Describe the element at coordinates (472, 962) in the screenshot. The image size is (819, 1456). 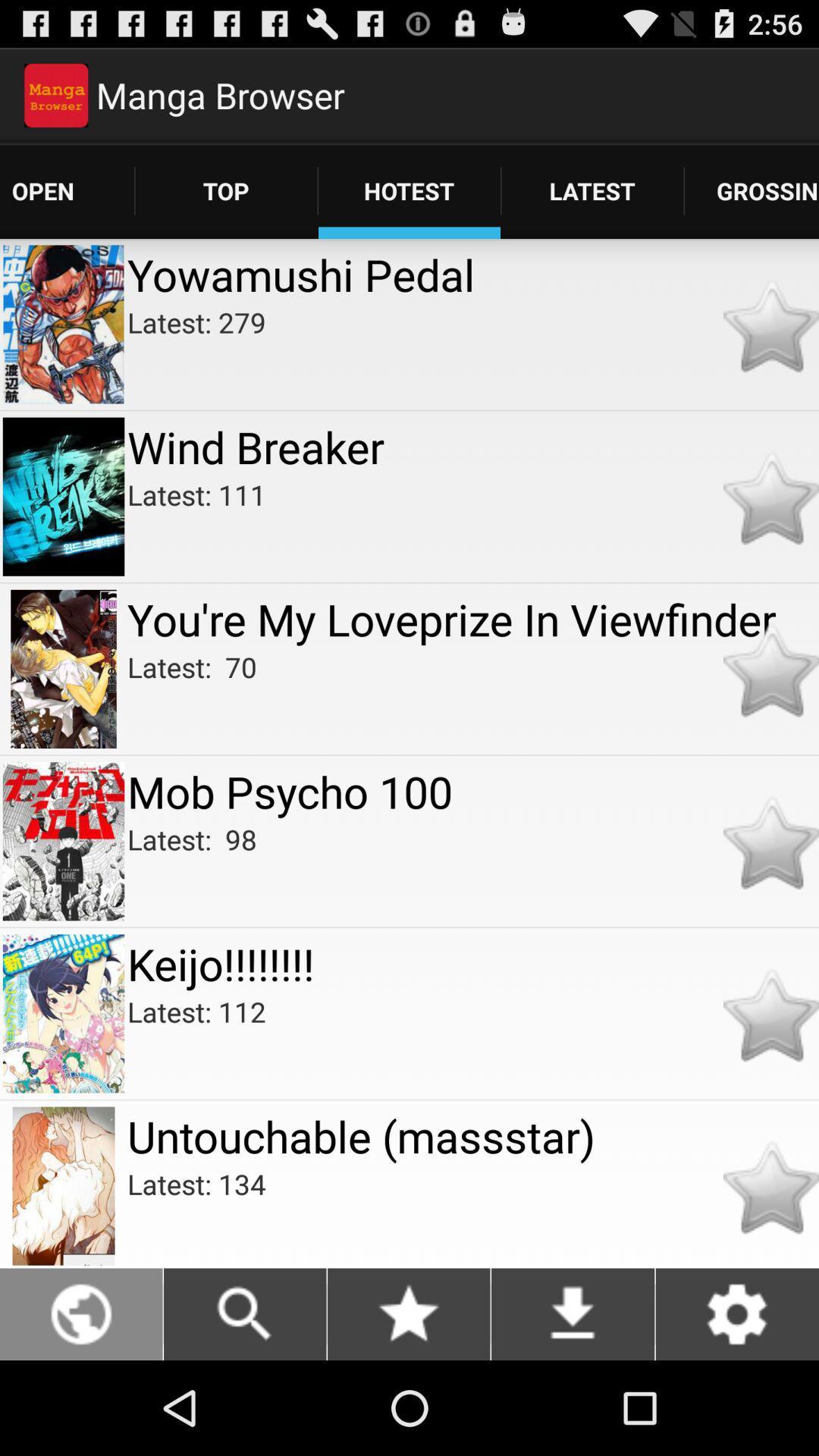
I see `keijo!!!!!!!! app` at that location.